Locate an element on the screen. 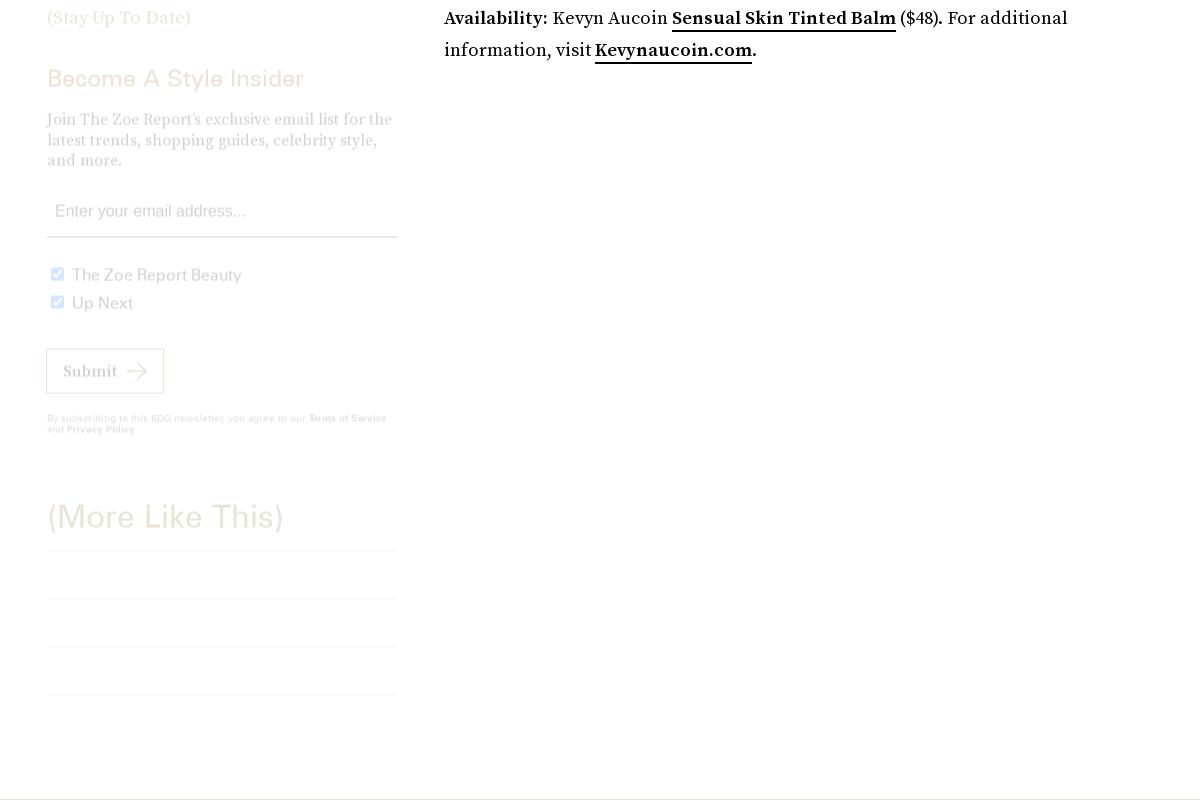 The image size is (1200, 800). '($48). For additional information, visit' is located at coordinates (755, 33).